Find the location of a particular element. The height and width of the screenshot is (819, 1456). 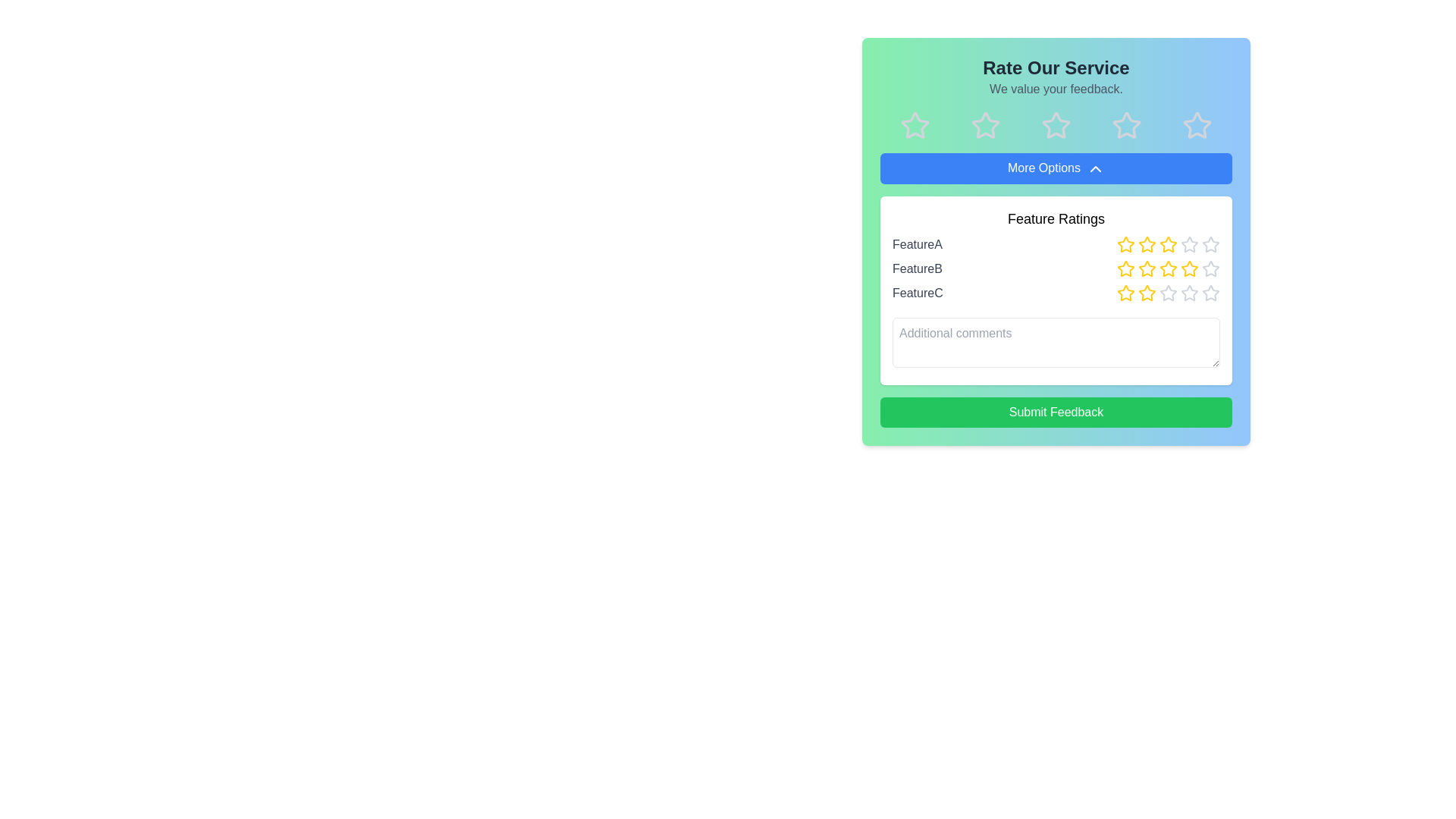

the third star in the horizontal row of five stars in the 'Feature Ratings' section is located at coordinates (1147, 243).